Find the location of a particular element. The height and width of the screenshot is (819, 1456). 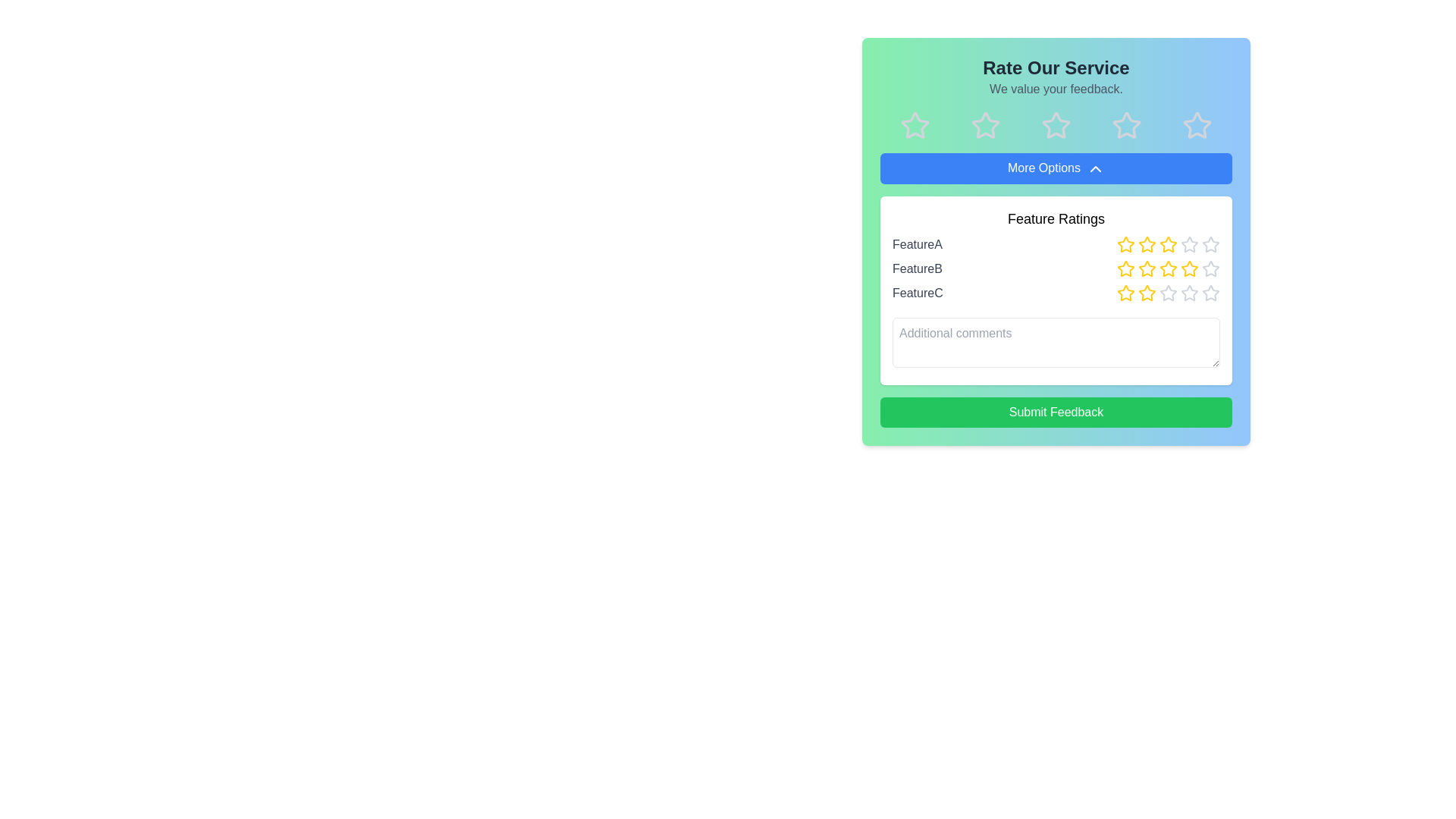

the third star in the horizontal row of five stars in the 'Feature Ratings' section is located at coordinates (1147, 243).